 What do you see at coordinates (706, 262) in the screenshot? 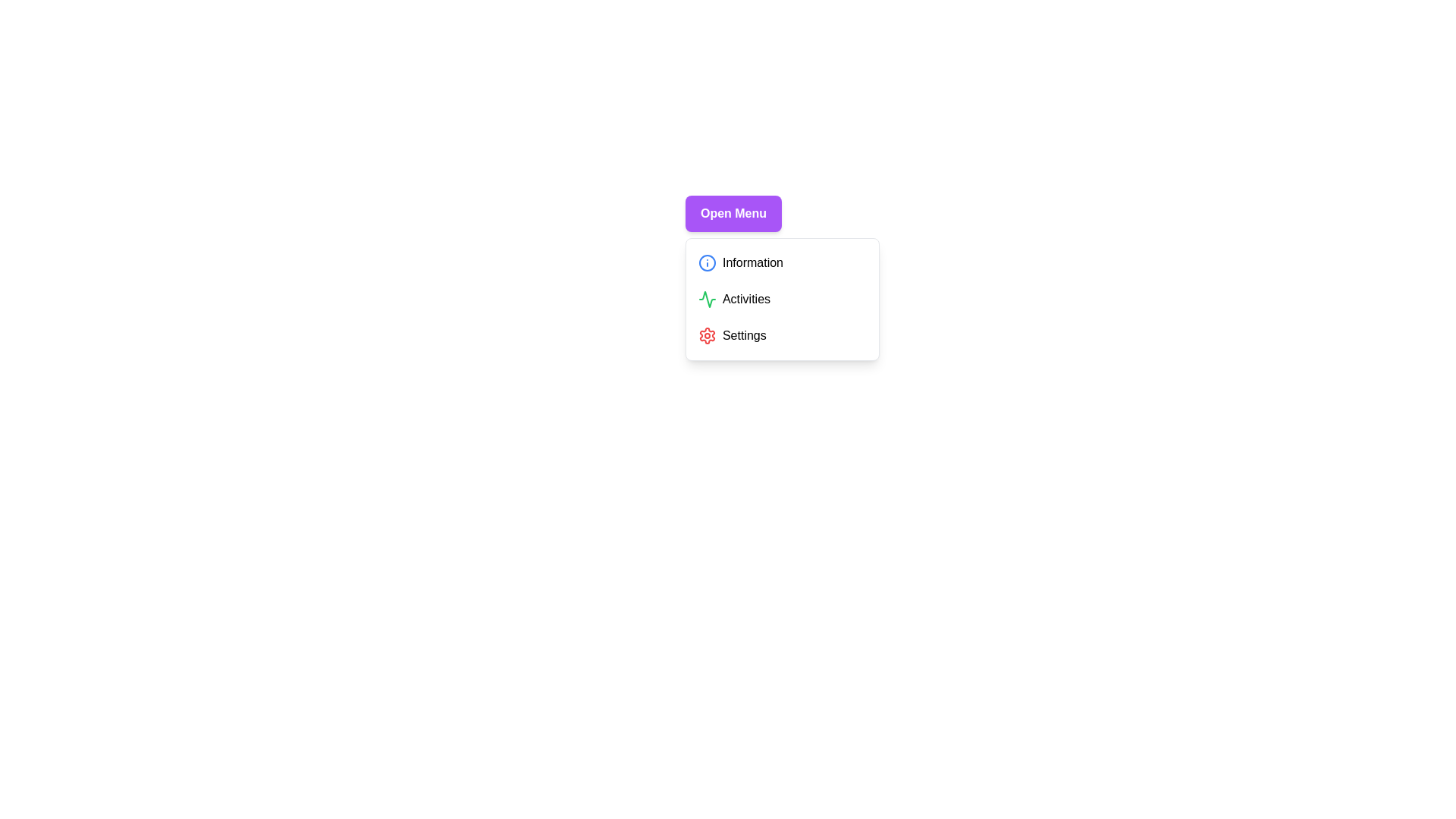
I see `the menu item with the icon of color blue` at bounding box center [706, 262].